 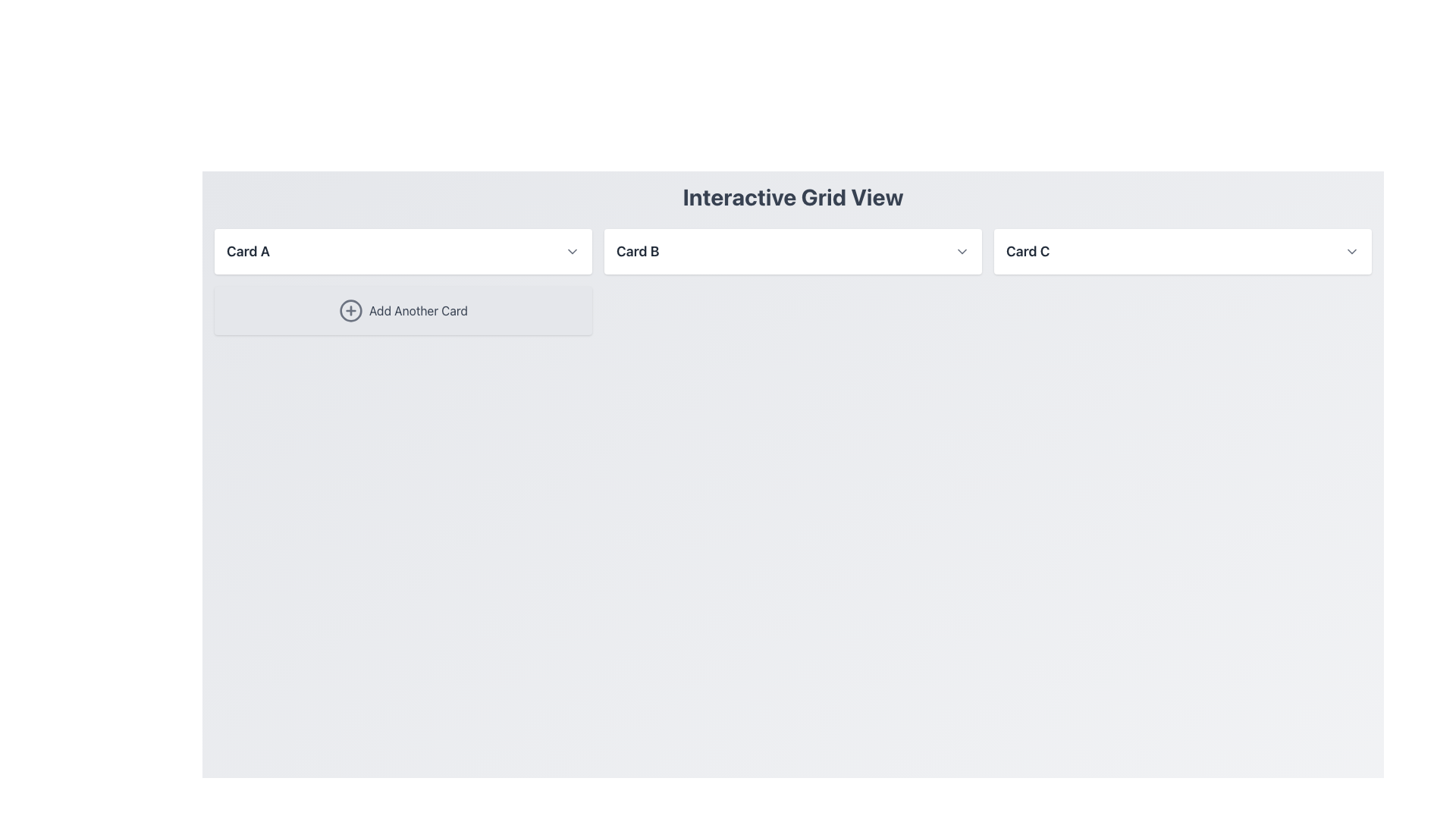 What do you see at coordinates (638, 250) in the screenshot?
I see `the text of the label identifying the middle card as 'Card B', which is located in the middle card section of the interface` at bounding box center [638, 250].